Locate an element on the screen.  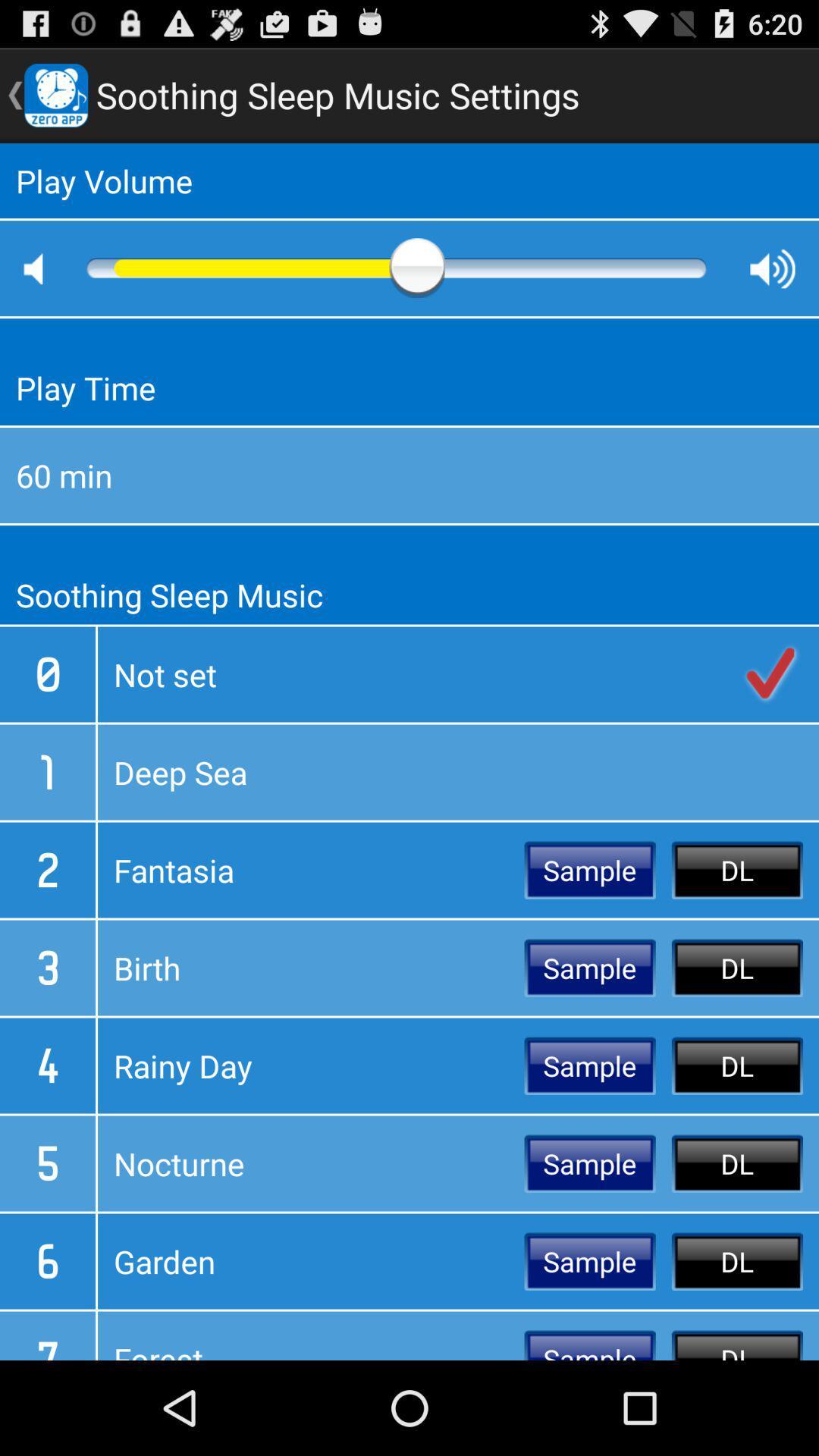
the nocturne is located at coordinates (310, 1163).